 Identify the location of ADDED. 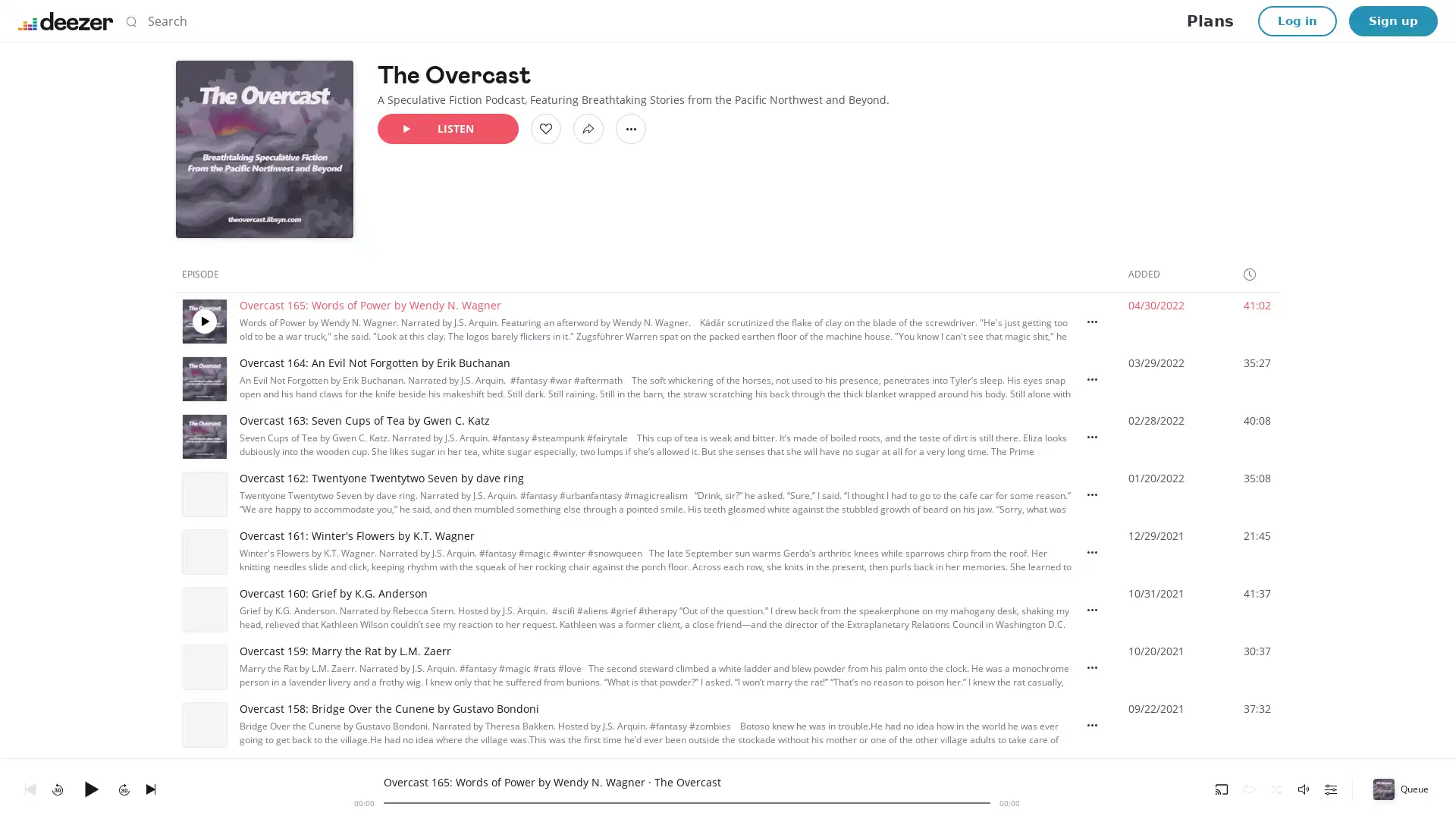
(1150, 274).